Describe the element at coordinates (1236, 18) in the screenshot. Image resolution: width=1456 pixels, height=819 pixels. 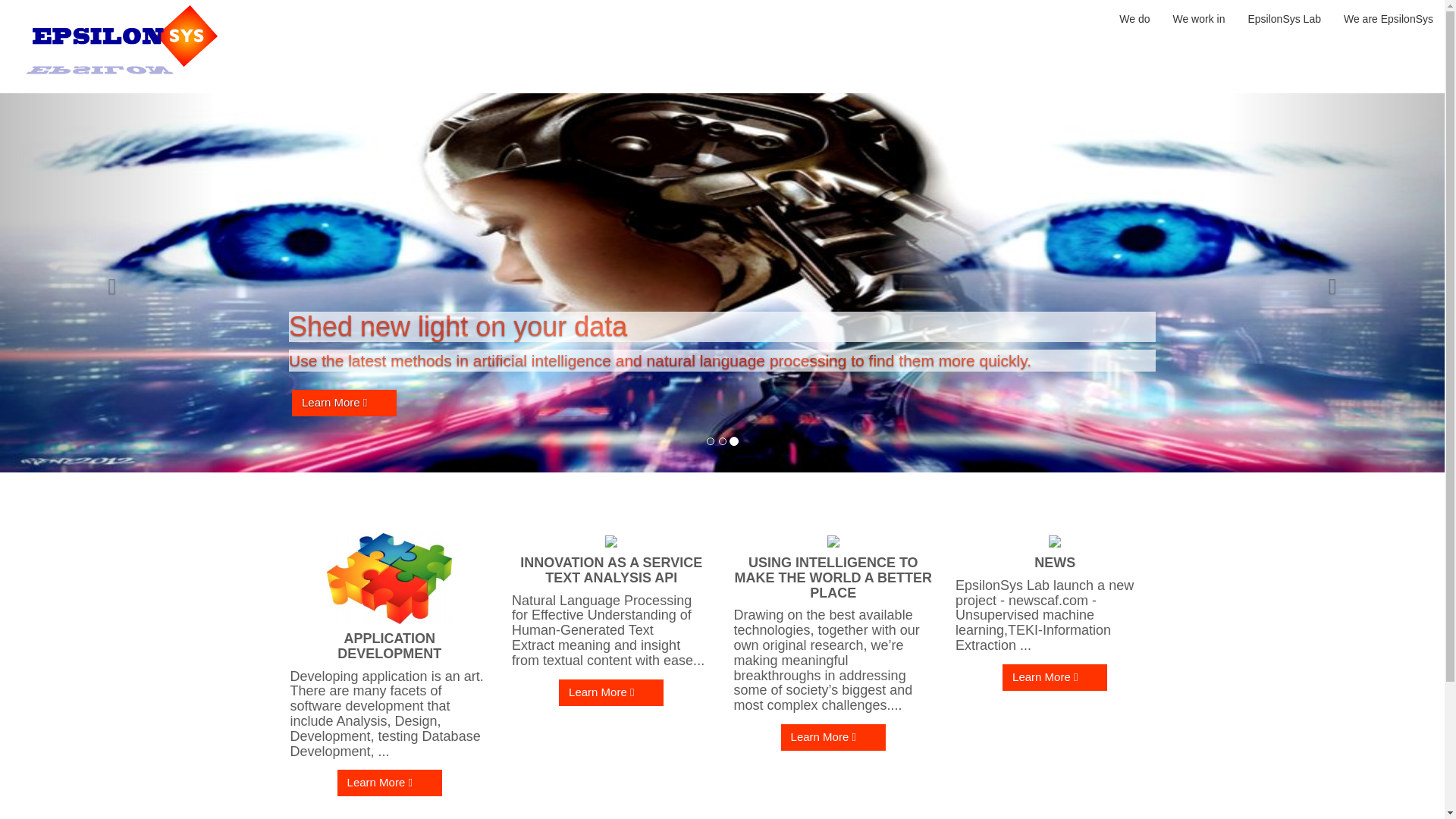
I see `'EpsilonSys Lab'` at that location.